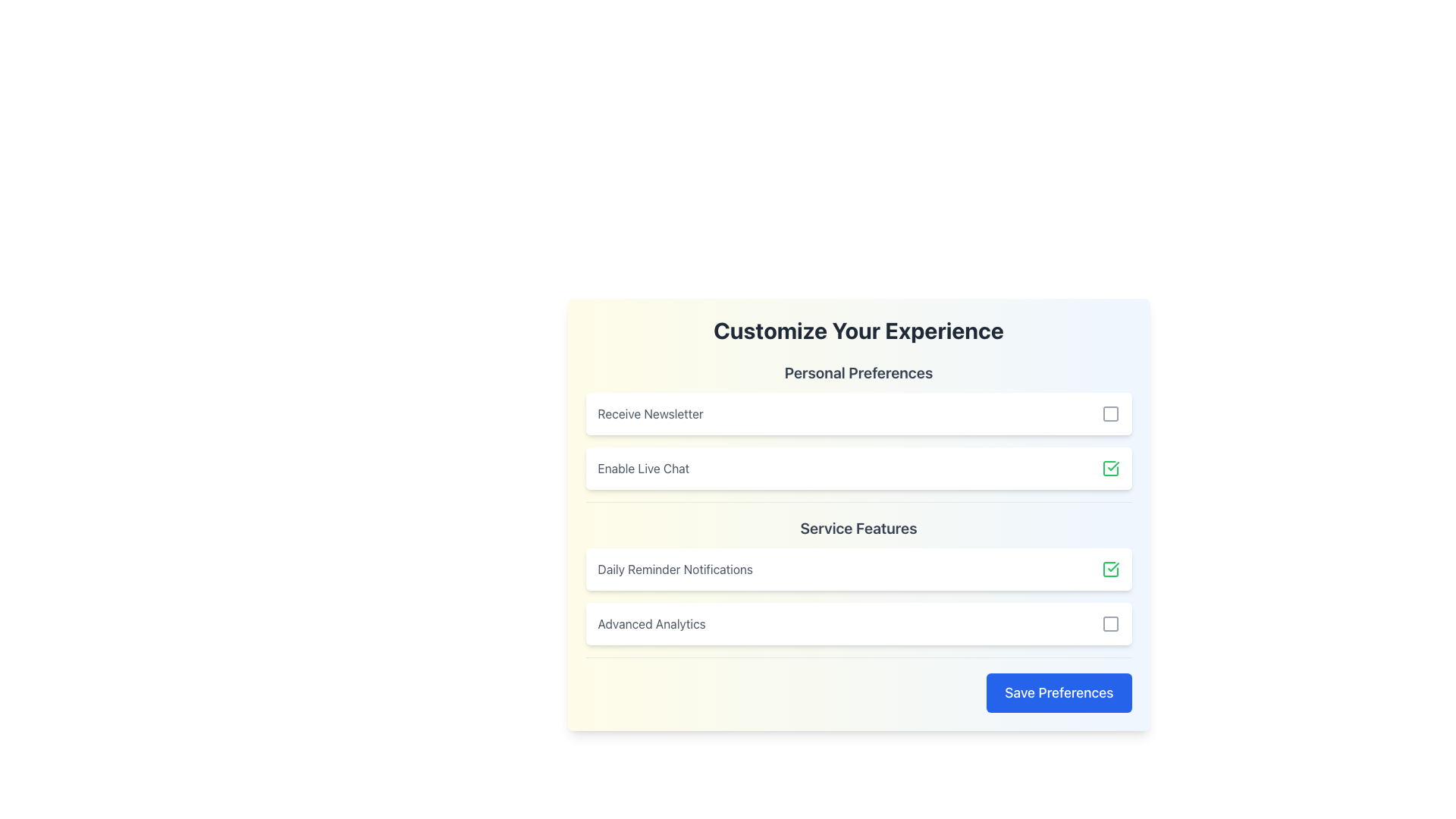 This screenshot has height=819, width=1456. Describe the element at coordinates (1110, 623) in the screenshot. I see `the interactive checkbox for 'Advanced Analytics' located in the fourth row of the 'Service Features' section to check or uncheck it` at that location.